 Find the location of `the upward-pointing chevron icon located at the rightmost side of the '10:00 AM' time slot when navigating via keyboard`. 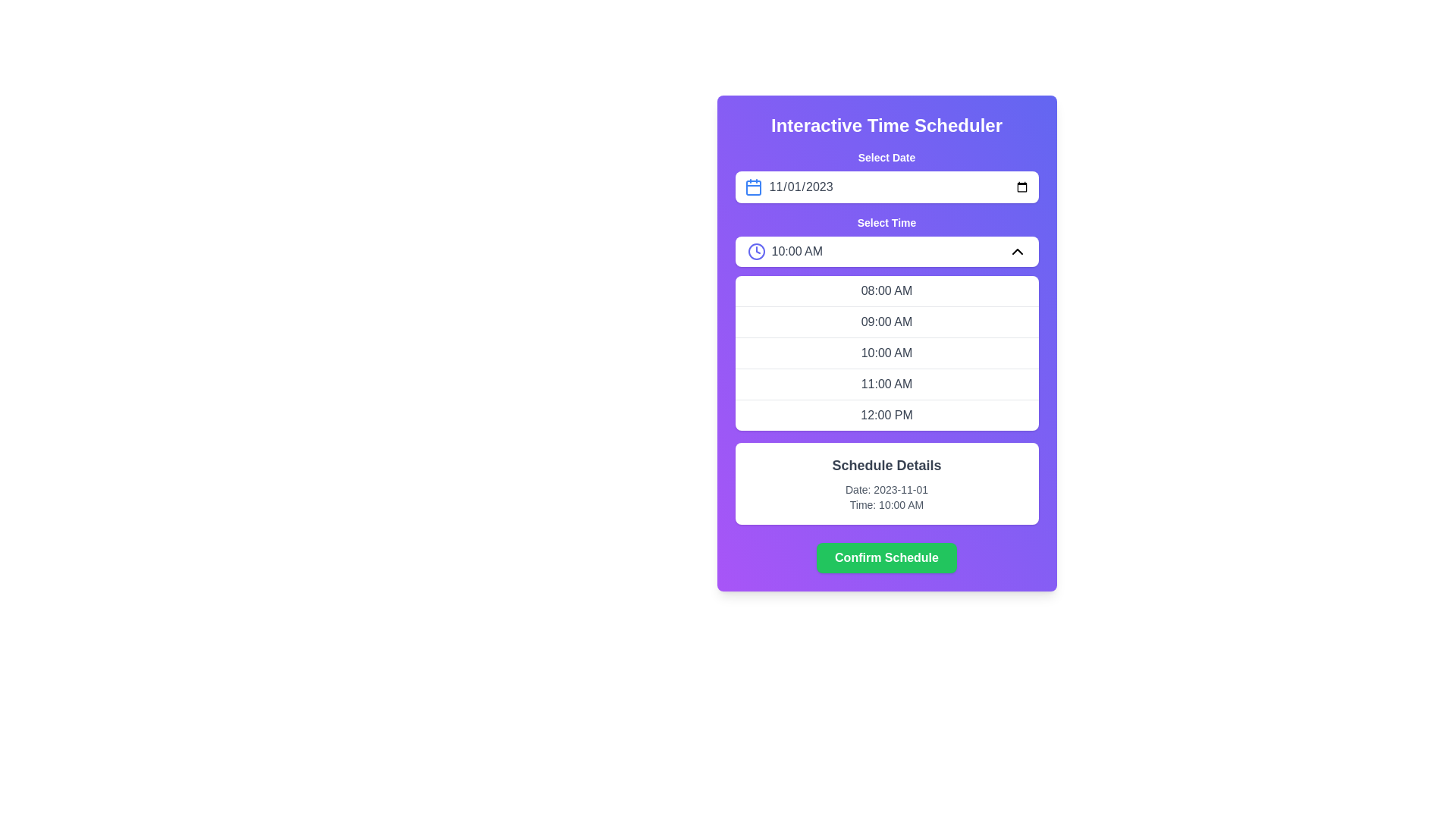

the upward-pointing chevron icon located at the rightmost side of the '10:00 AM' time slot when navigating via keyboard is located at coordinates (1017, 250).